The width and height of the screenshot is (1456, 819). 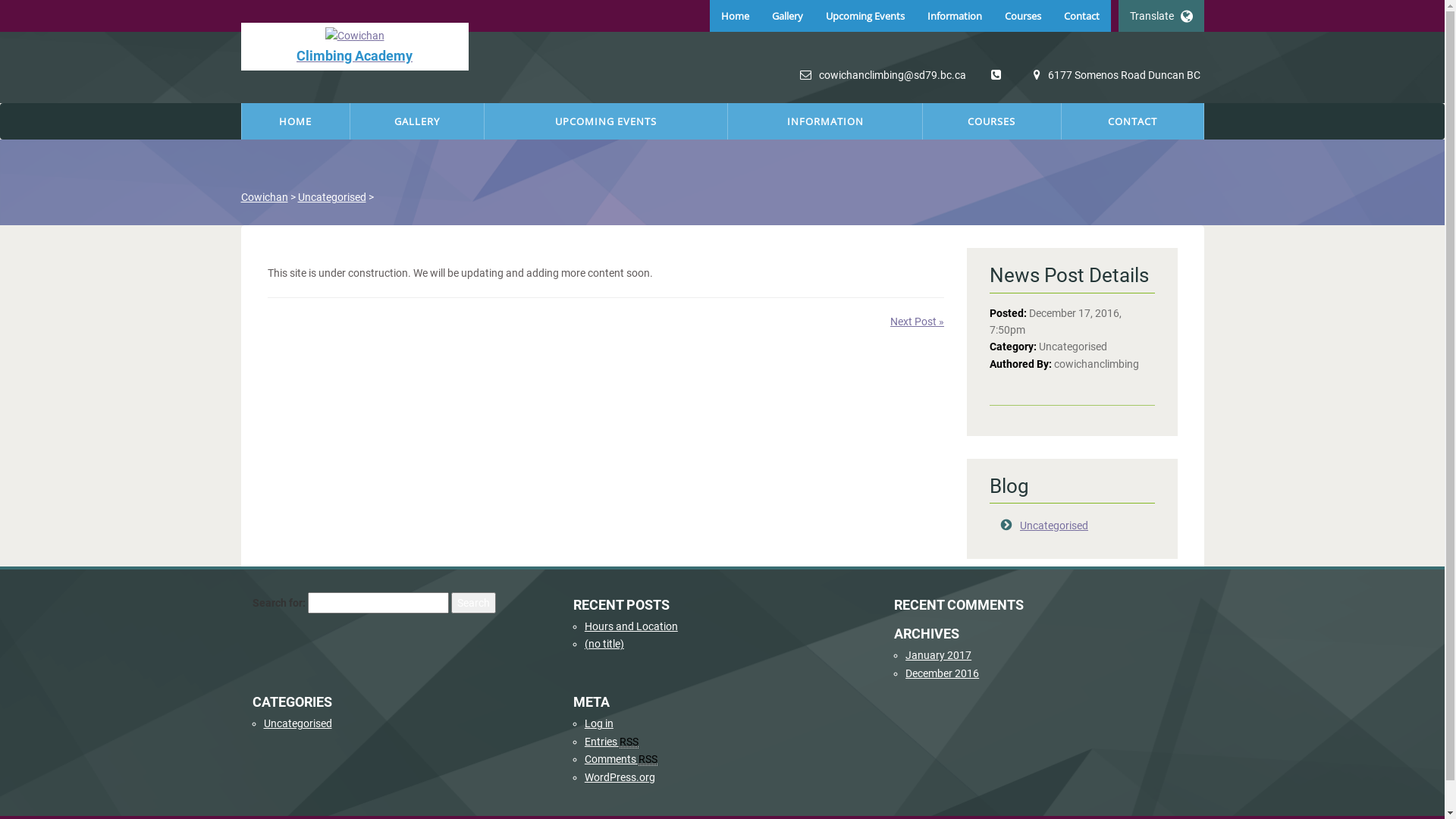 I want to click on 'Contact', so click(x=1081, y=15).